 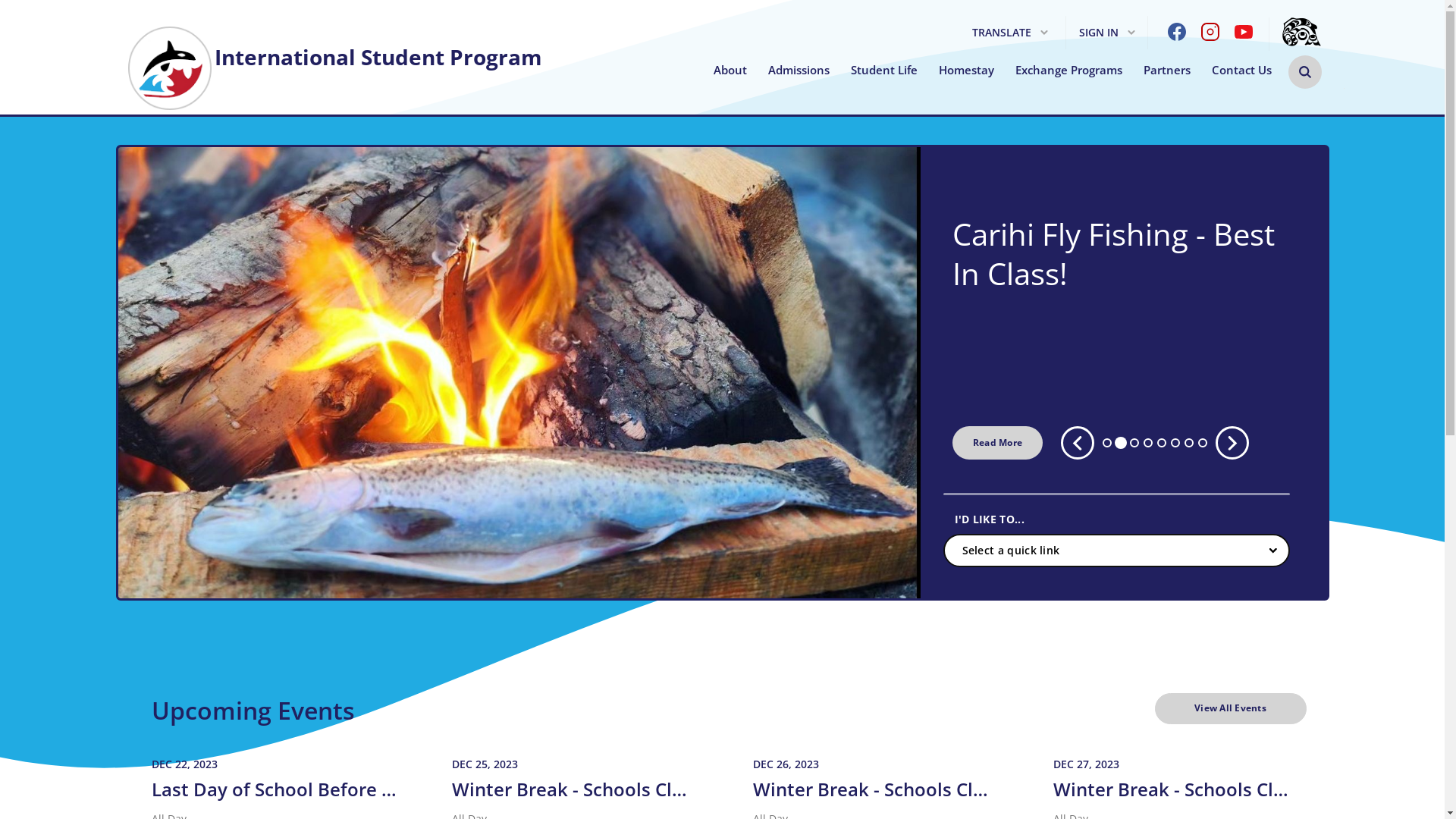 I want to click on 'Partners', so click(x=1166, y=70).